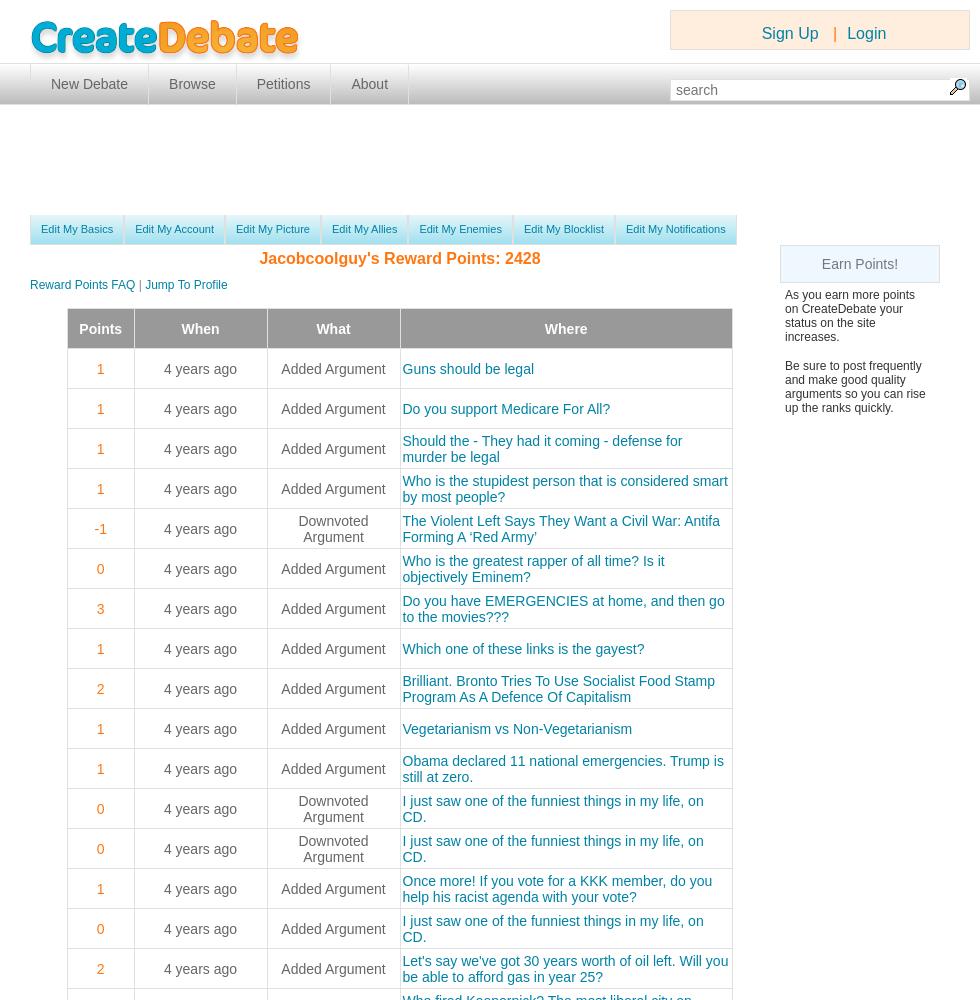 This screenshot has width=980, height=1000. I want to click on 'Where', so click(543, 327).